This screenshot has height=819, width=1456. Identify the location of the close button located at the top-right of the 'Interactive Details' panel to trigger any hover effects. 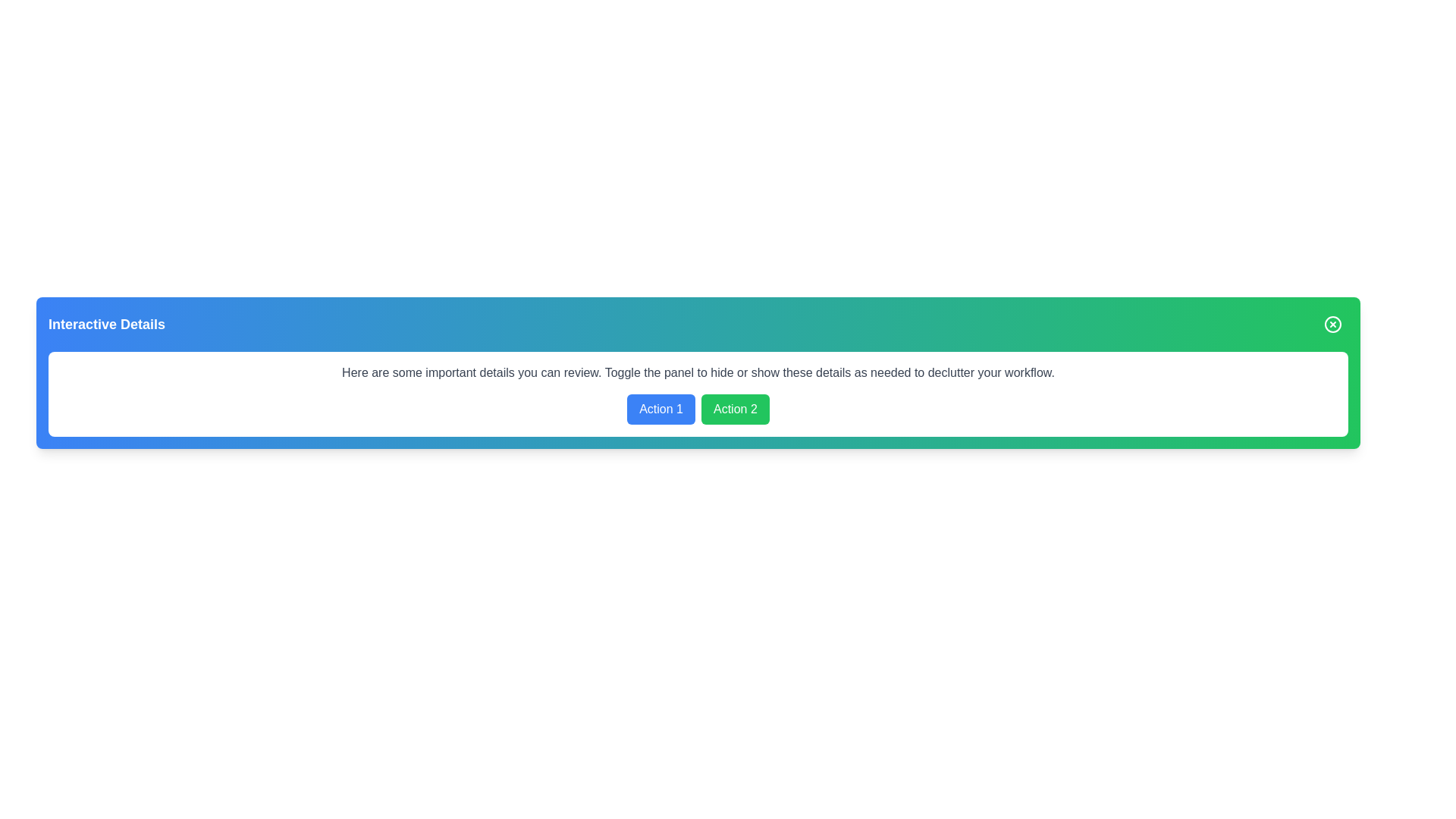
(1332, 324).